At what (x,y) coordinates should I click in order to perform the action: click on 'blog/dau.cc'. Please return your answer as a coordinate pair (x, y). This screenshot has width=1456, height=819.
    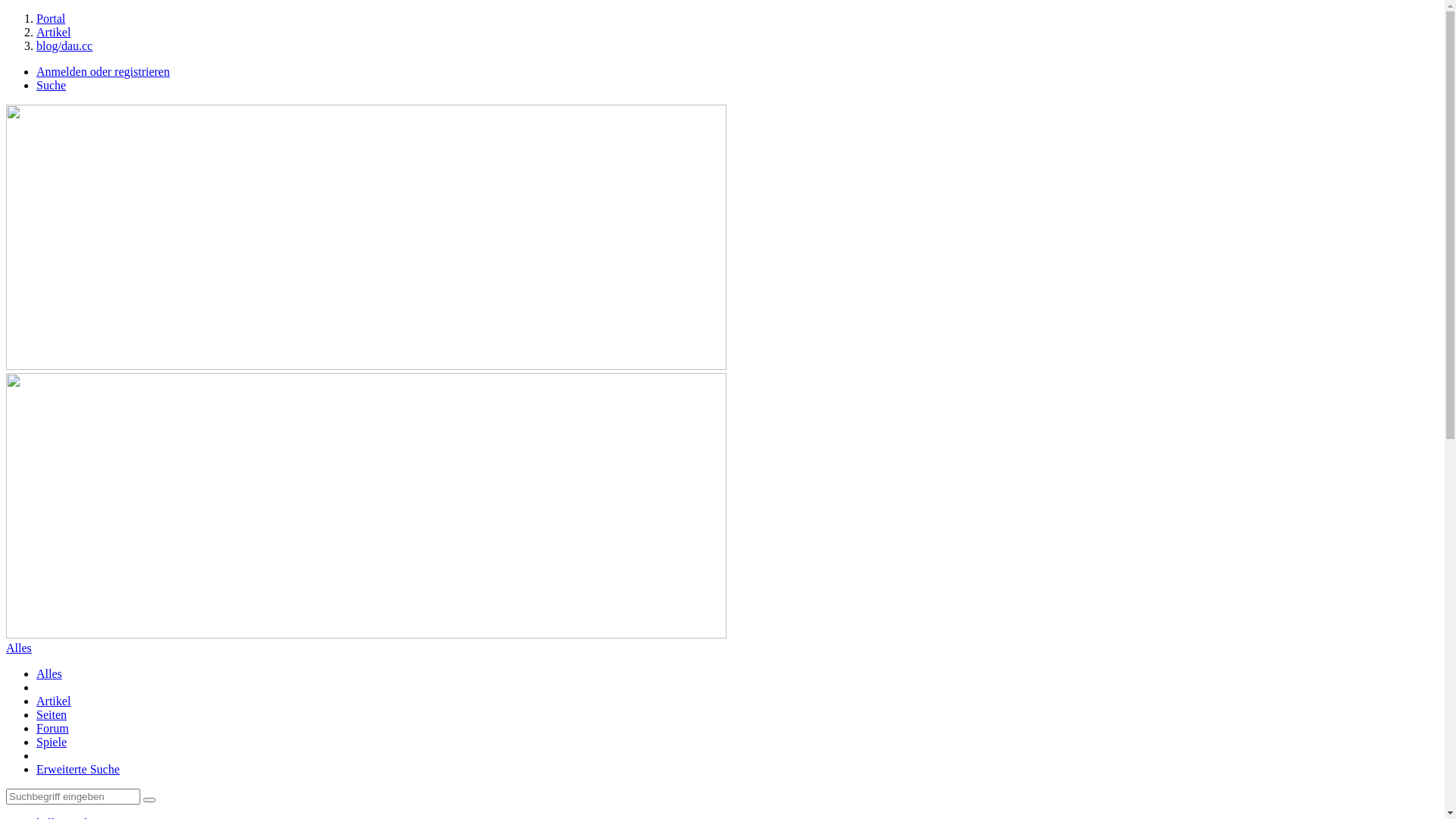
    Looking at the image, I should click on (64, 45).